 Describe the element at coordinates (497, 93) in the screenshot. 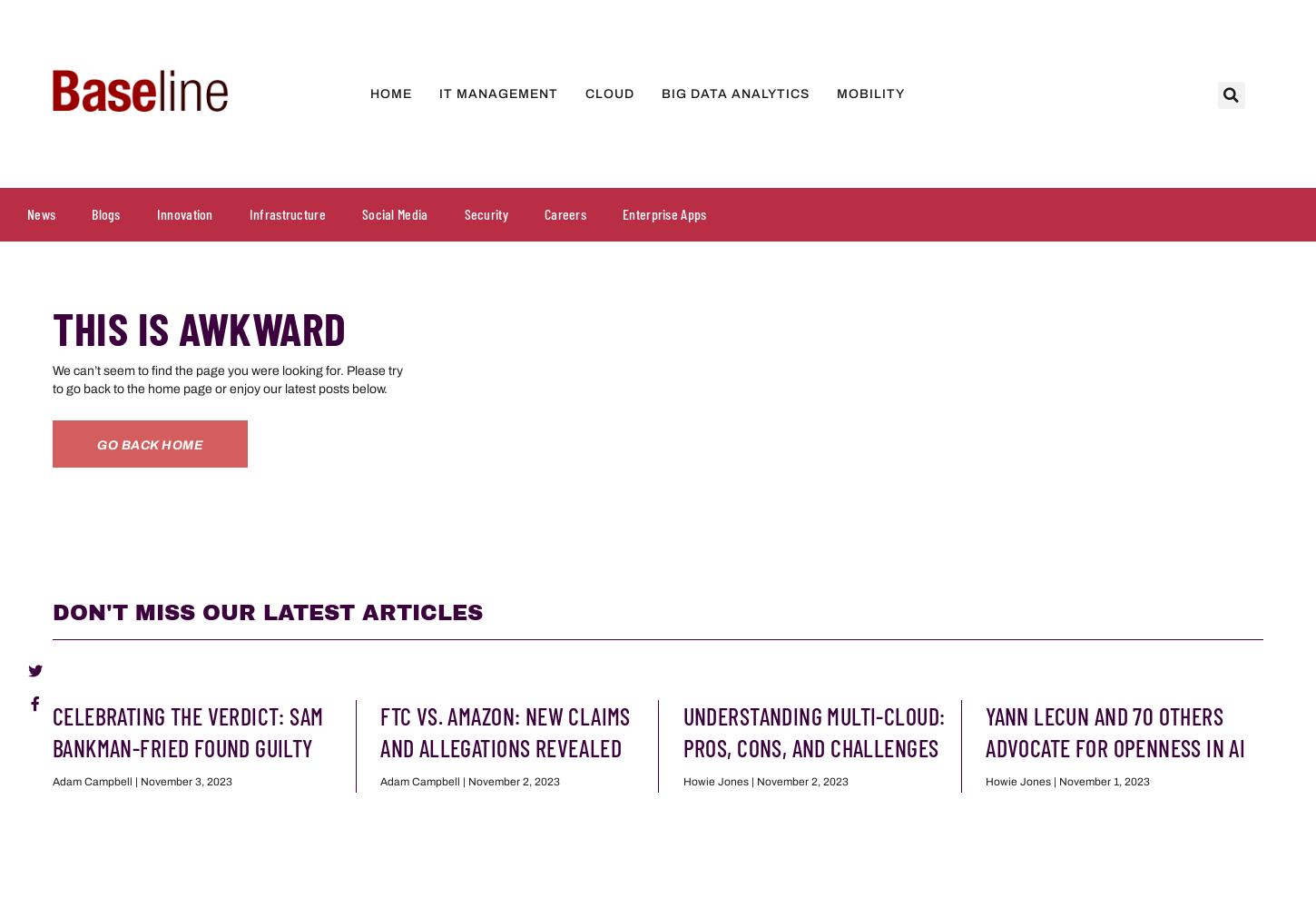

I see `'IT Management'` at that location.